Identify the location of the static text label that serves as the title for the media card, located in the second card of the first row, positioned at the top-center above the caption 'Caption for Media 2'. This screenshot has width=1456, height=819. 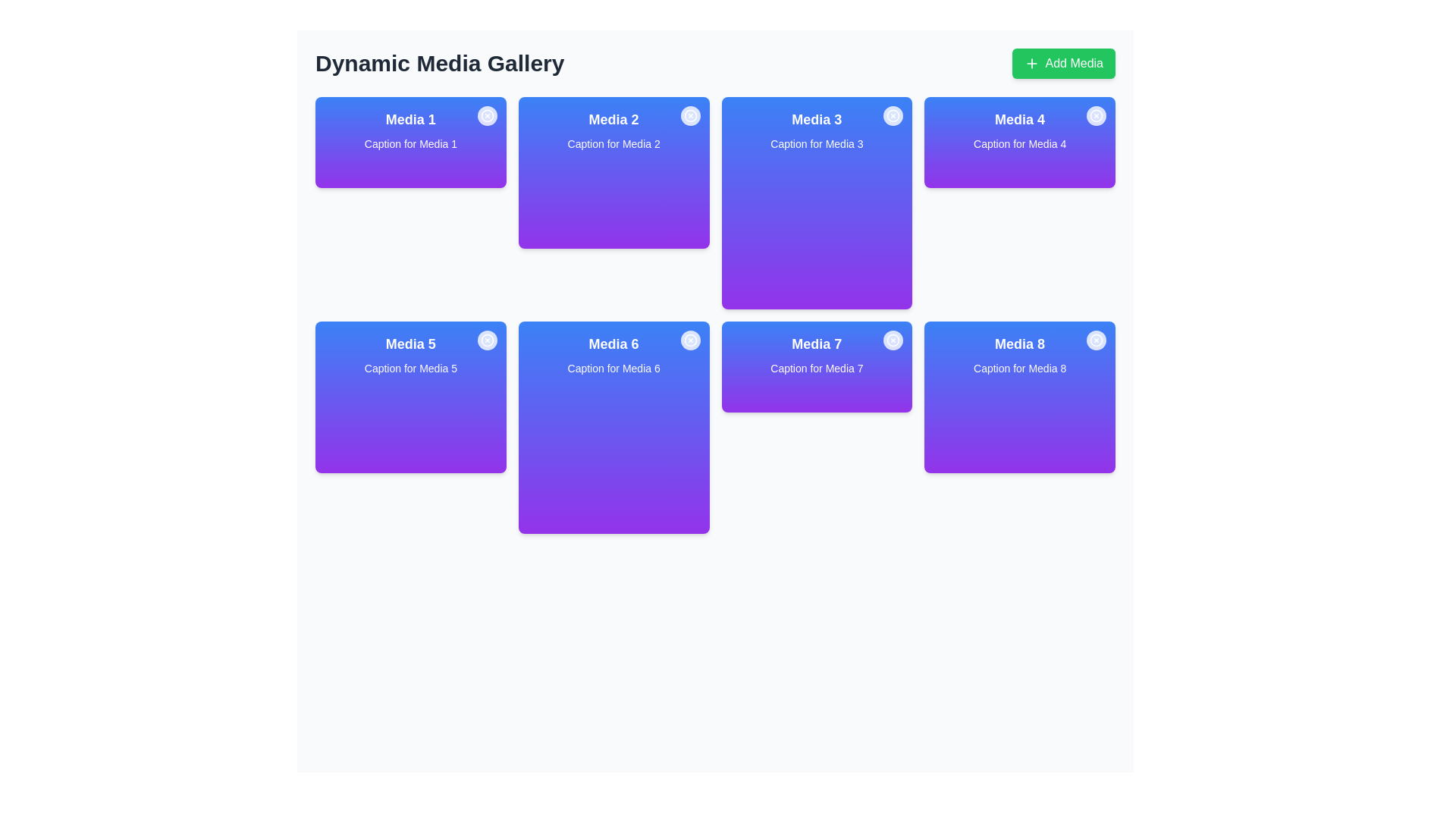
(613, 119).